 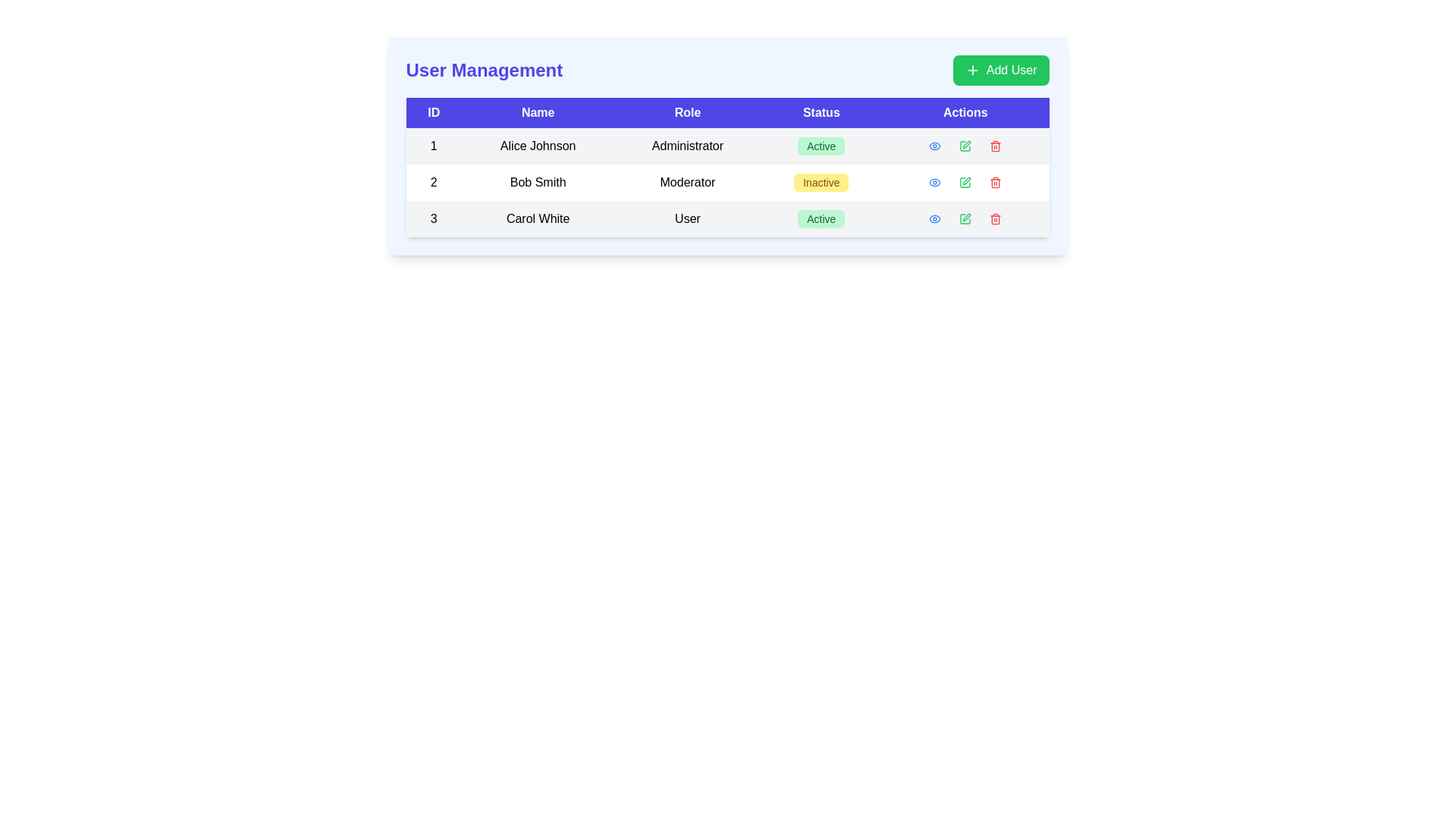 I want to click on the edit icon associated with the 'Moderator' role user in the 'Actions' column of the table, so click(x=966, y=145).